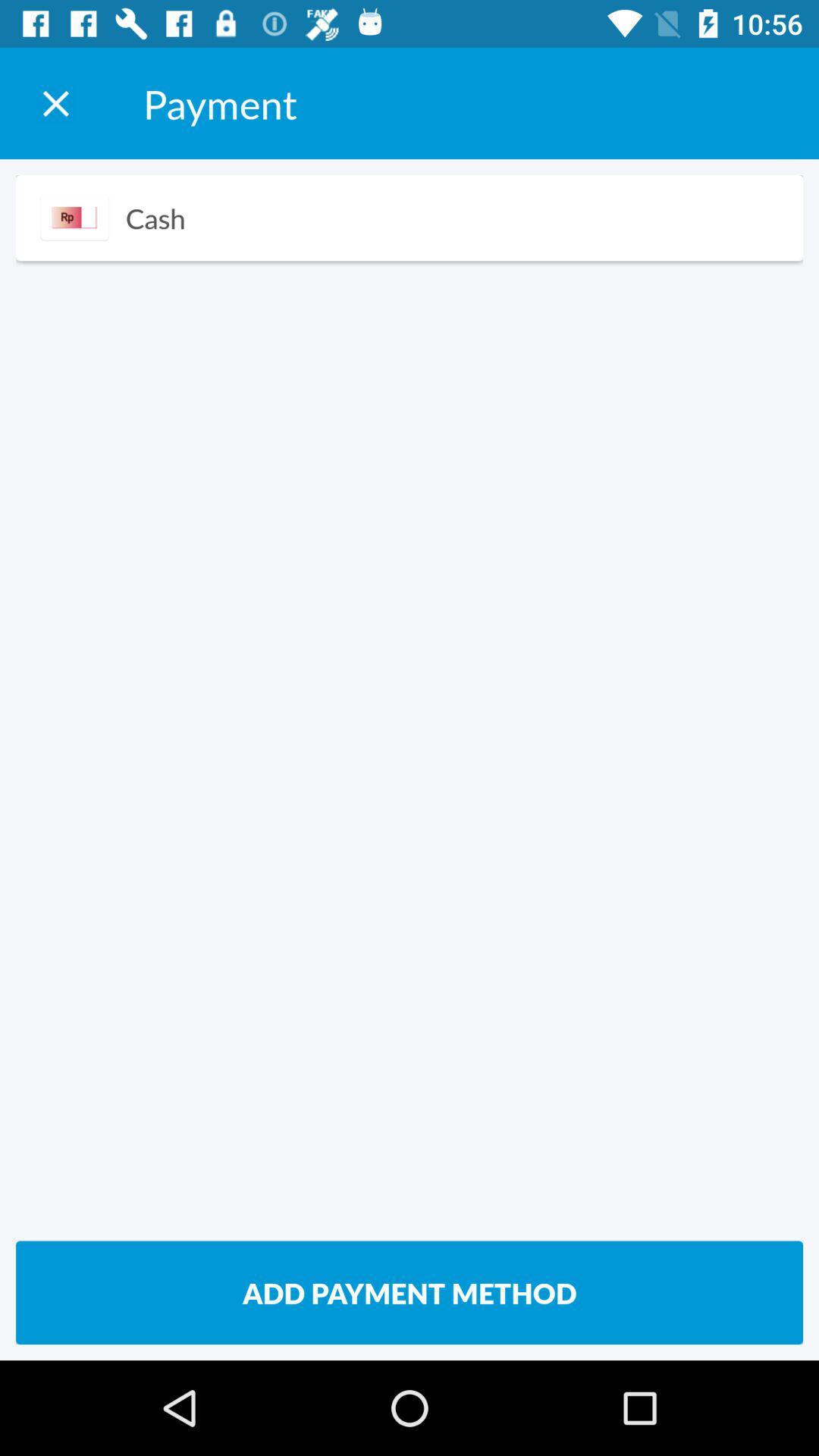 This screenshot has height=1456, width=819. I want to click on the payment window, so click(55, 102).